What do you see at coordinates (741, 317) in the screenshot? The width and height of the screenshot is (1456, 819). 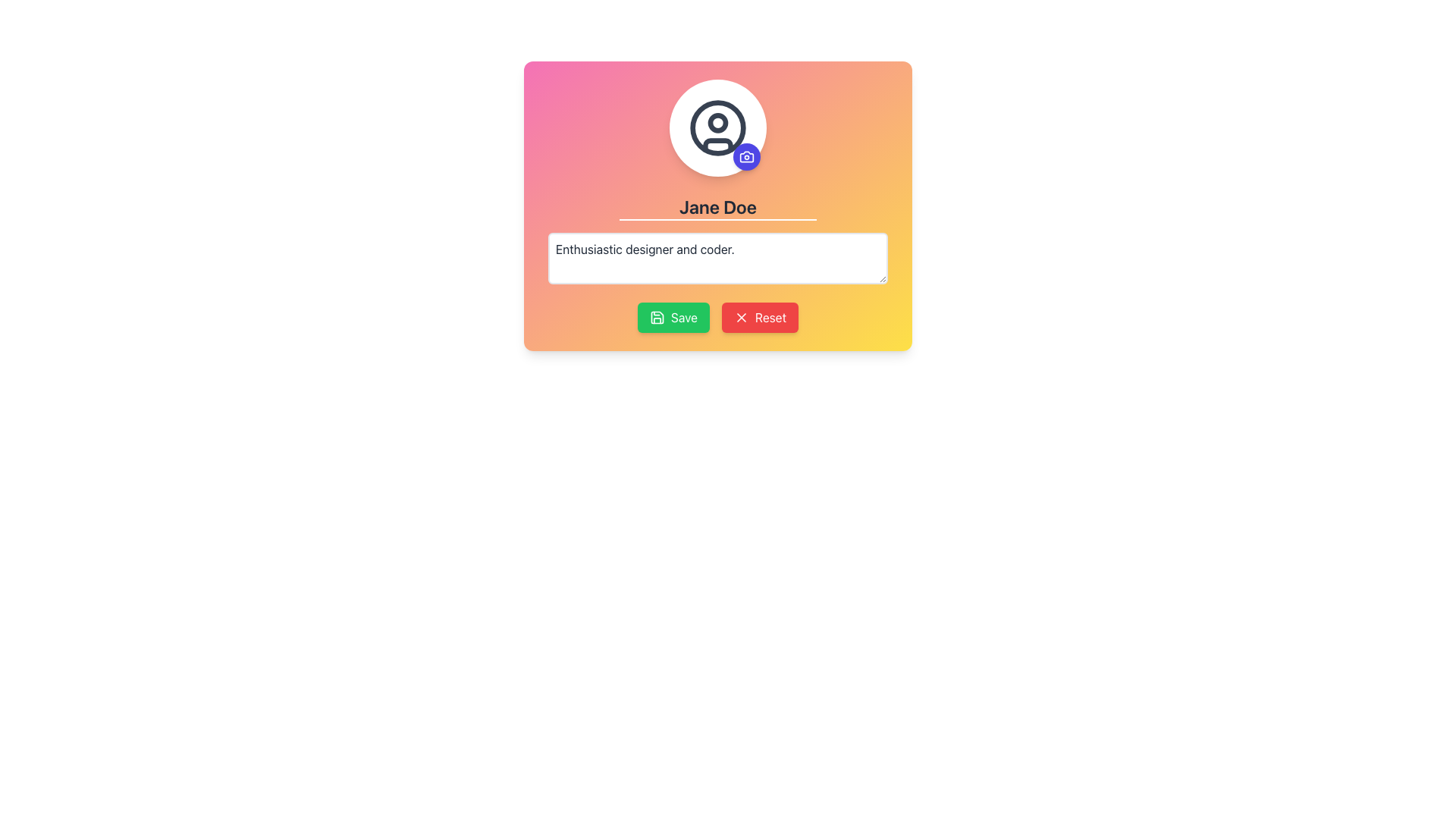 I see `the close icon within the Reset button to reset the form` at bounding box center [741, 317].